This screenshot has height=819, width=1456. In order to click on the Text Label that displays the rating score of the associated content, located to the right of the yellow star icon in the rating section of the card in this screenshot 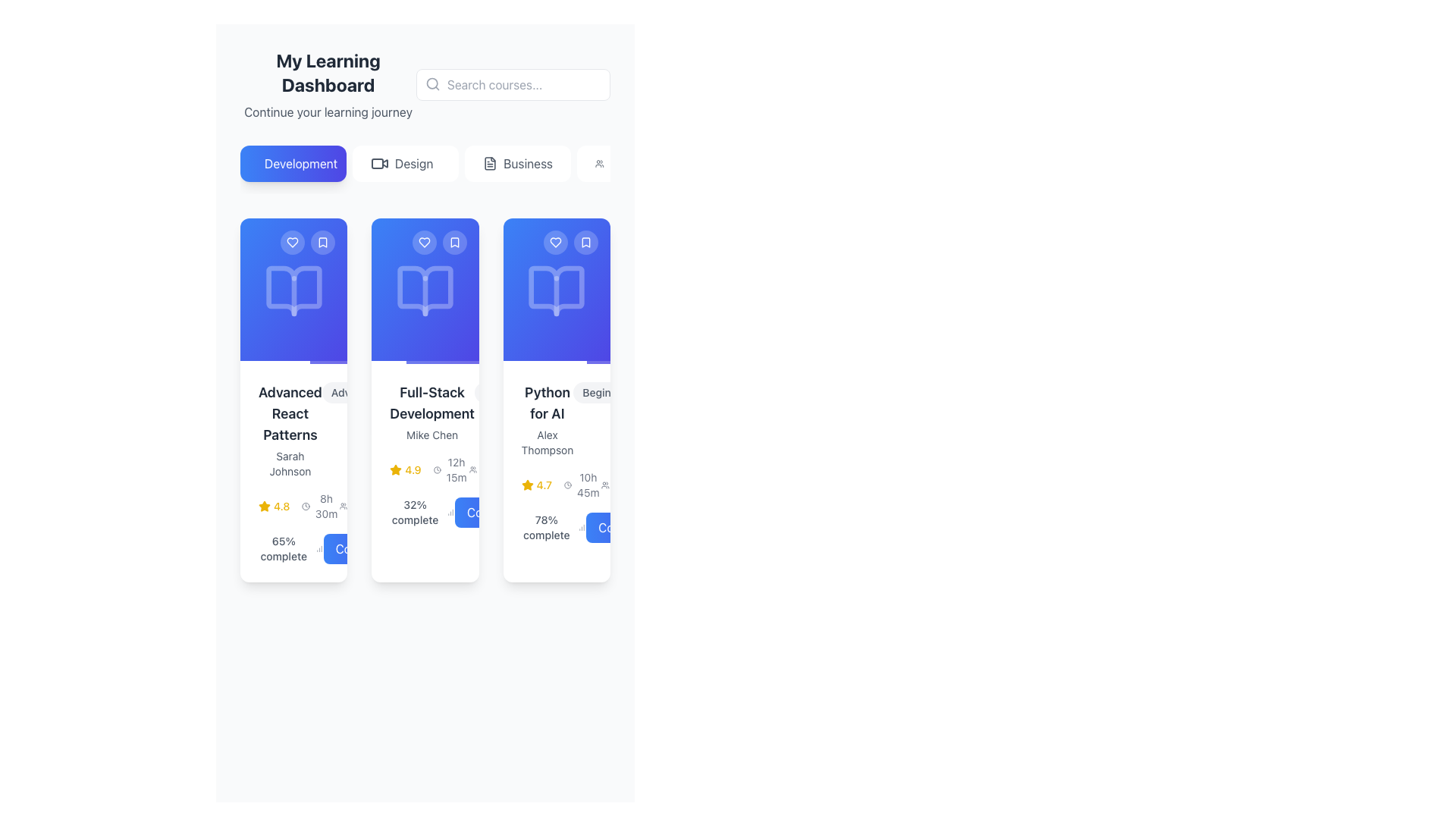, I will do `click(281, 506)`.